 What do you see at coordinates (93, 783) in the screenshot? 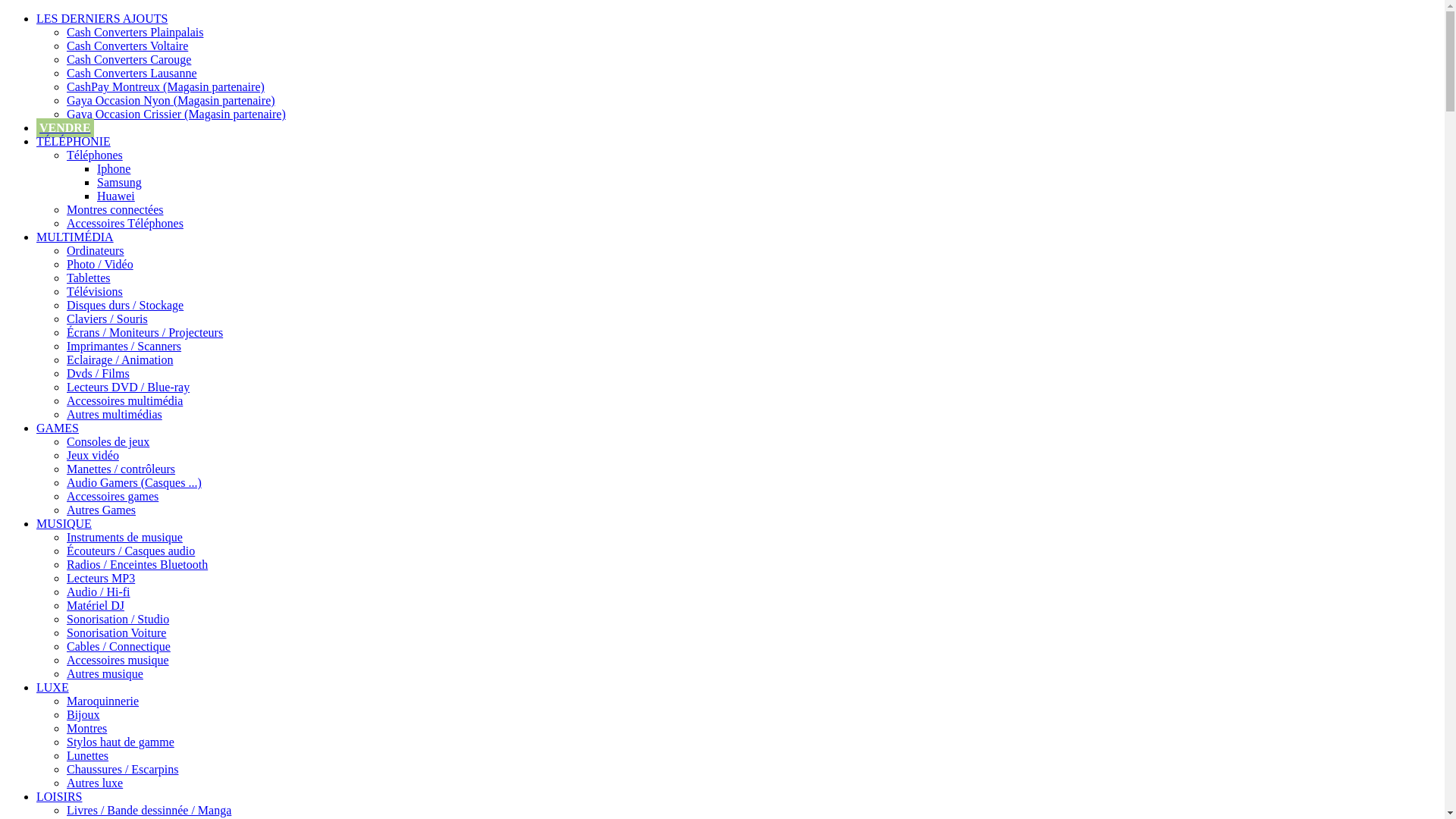
I see `'Autres luxe'` at bounding box center [93, 783].